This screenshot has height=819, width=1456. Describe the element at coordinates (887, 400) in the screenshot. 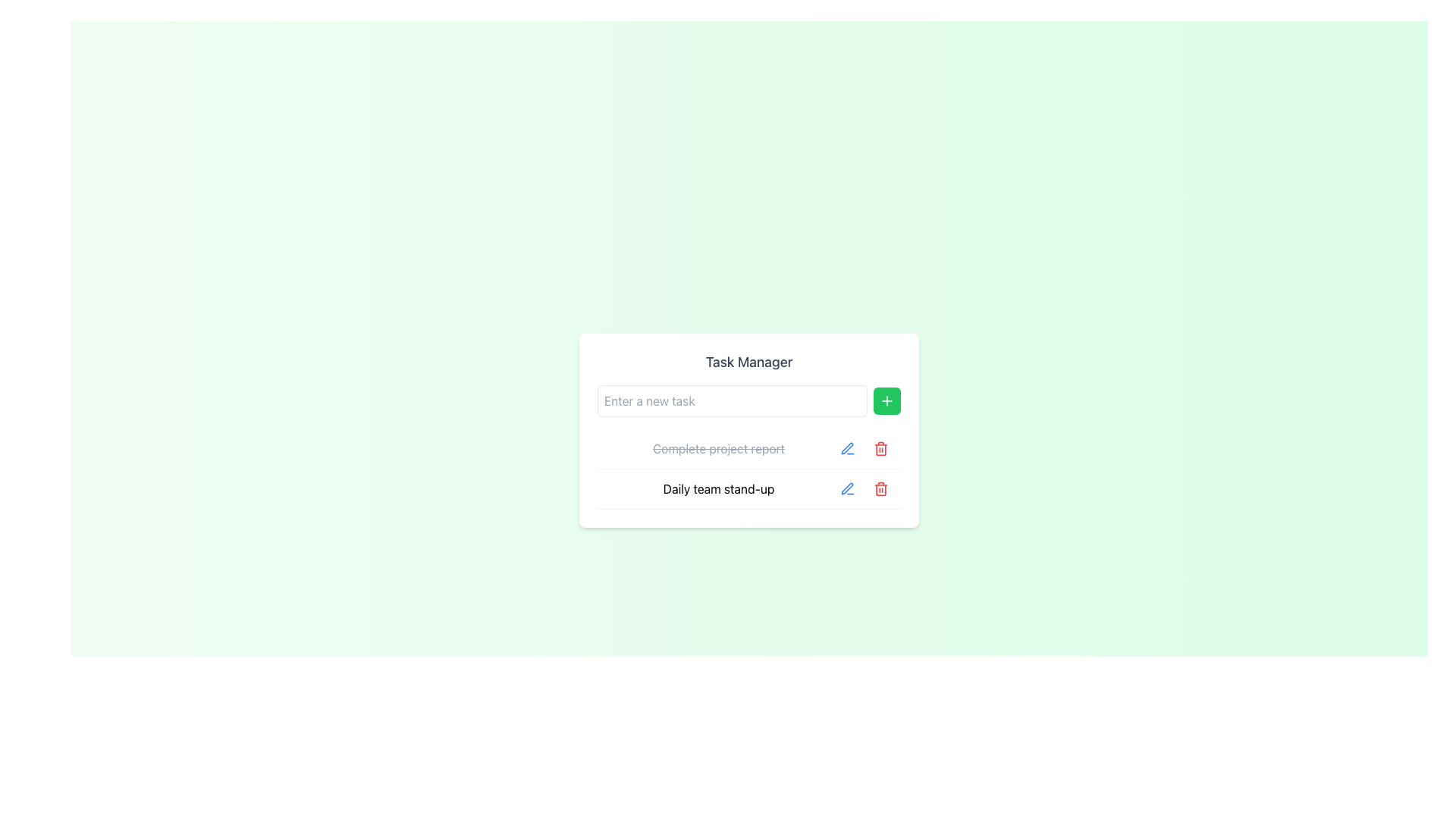

I see `the Icon button located to the right of the 'Enter a new task' input field in the 'Task Manager' panel to initiate the add task action` at that location.